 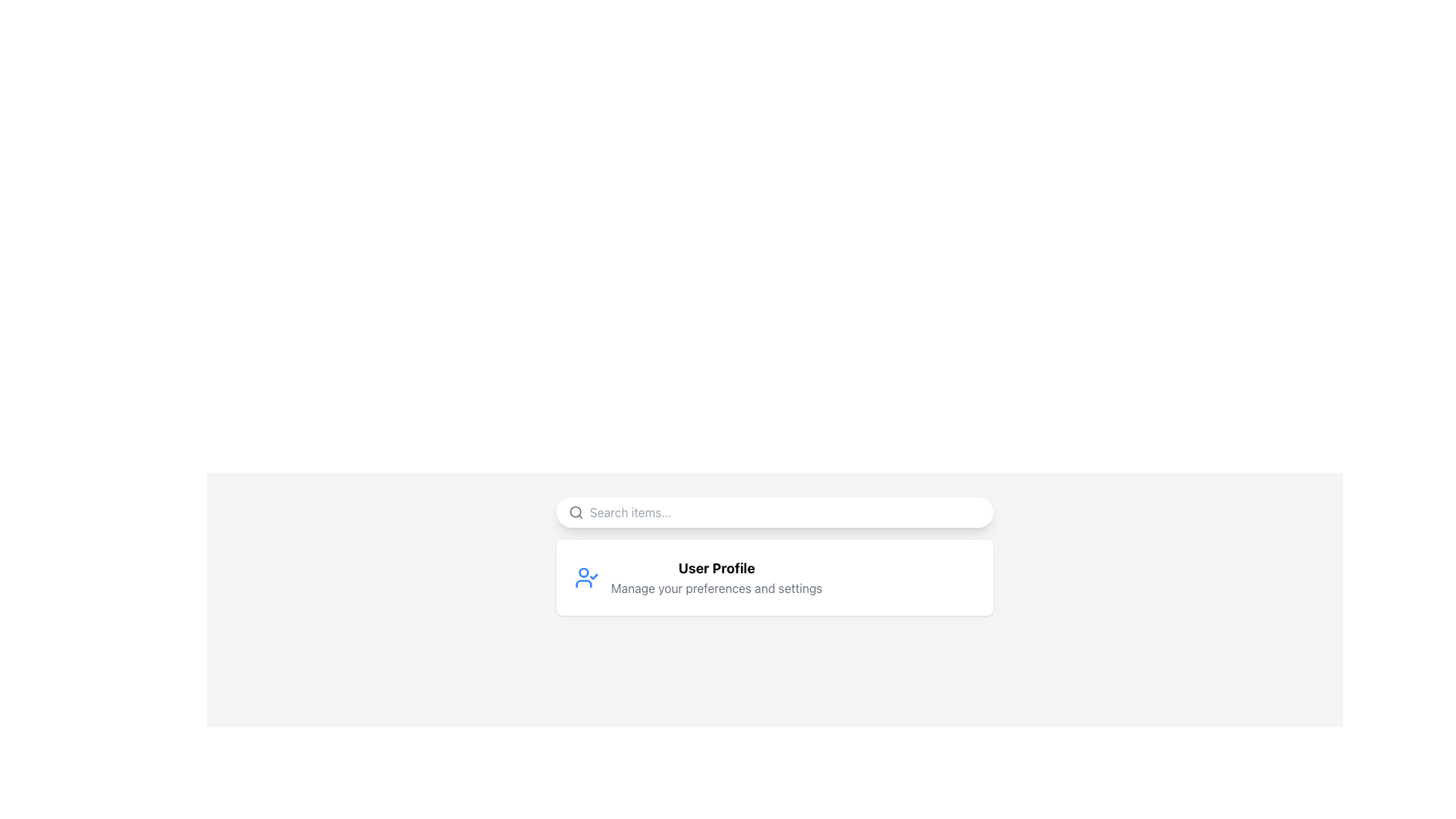 I want to click on the text label reading 'Manage your preferences and settings', which is located beneath the bold title 'User Profile' within a white card, so click(x=716, y=587).